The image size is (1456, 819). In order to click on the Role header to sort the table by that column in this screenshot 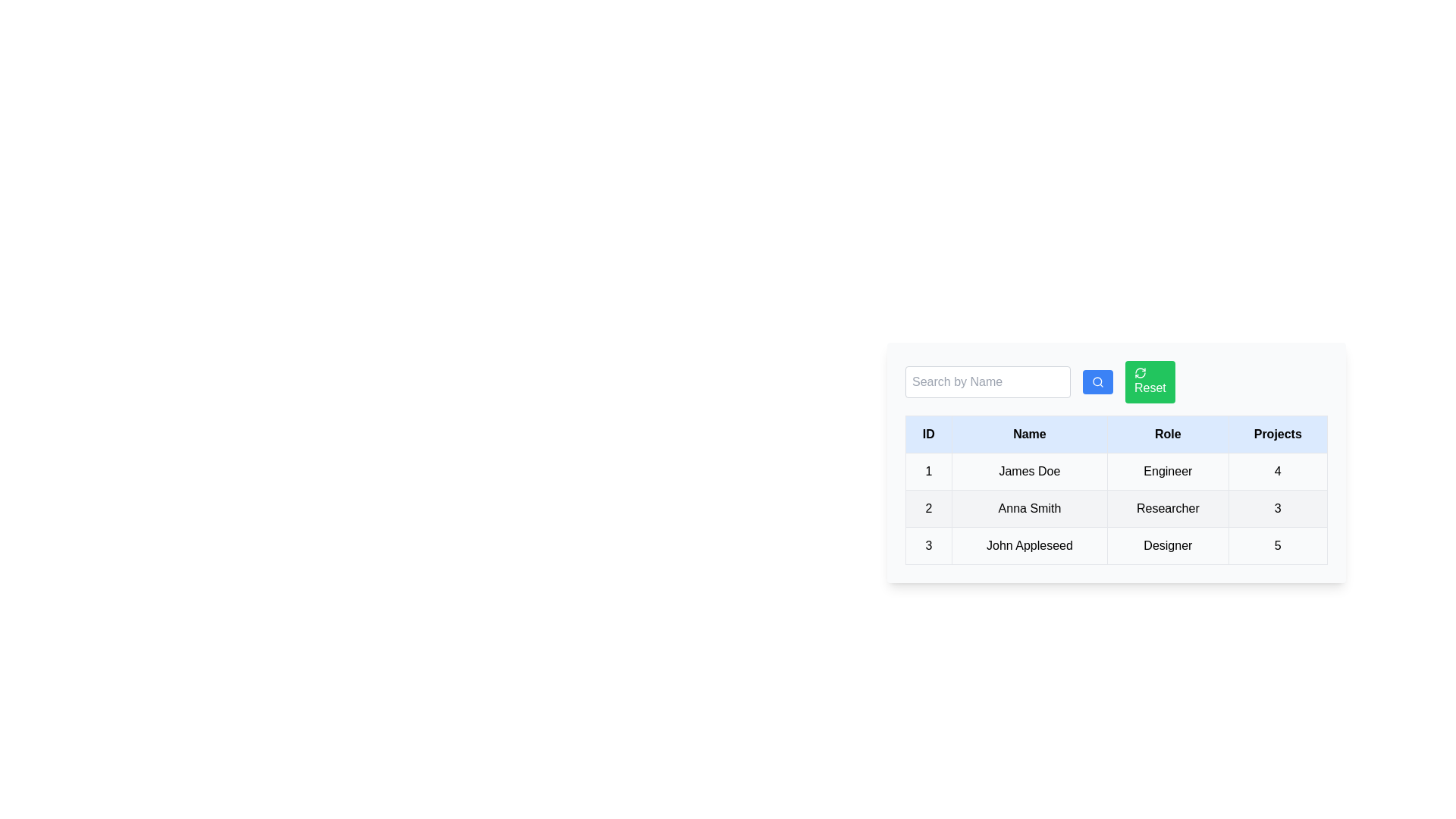, I will do `click(1167, 435)`.